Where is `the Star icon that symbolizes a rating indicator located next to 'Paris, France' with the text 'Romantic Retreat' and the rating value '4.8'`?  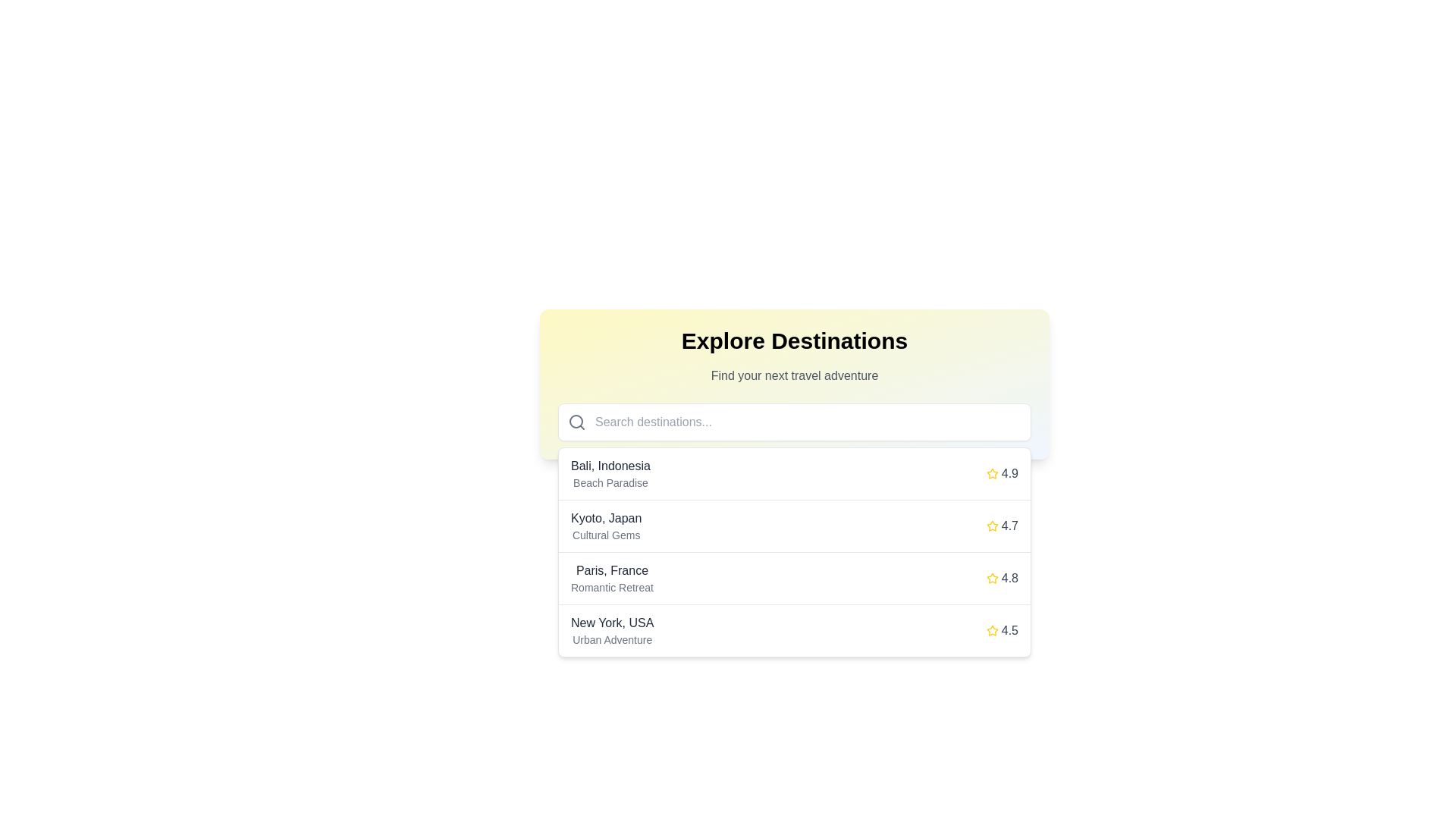
the Star icon that symbolizes a rating indicator located next to 'Paris, France' with the text 'Romantic Retreat' and the rating value '4.8' is located at coordinates (992, 579).